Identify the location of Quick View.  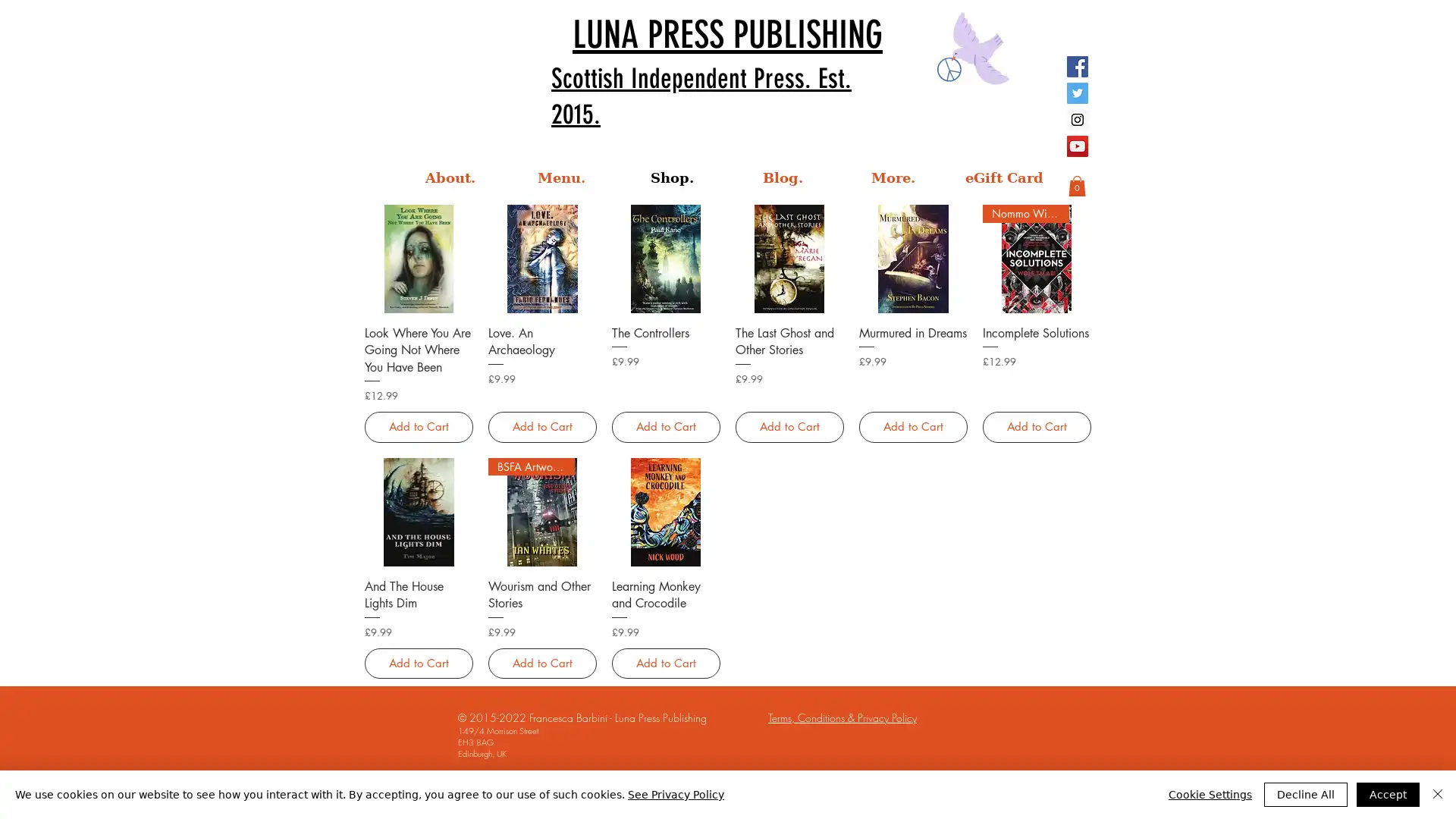
(541, 584).